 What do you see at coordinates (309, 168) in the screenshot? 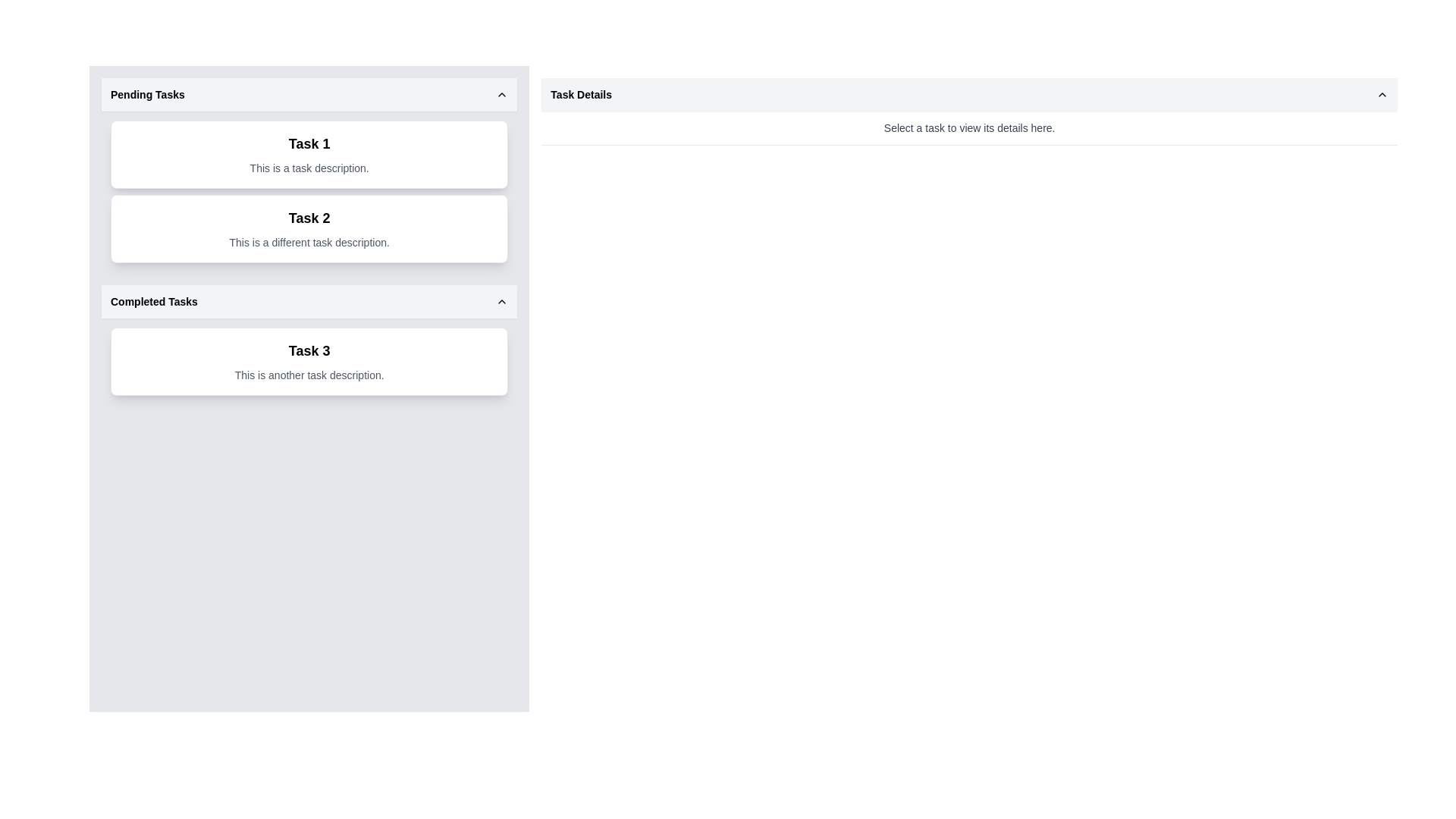
I see `the description text located beneath 'Task 1', which is centered within the first task card in the 'Pending Tasks' section` at bounding box center [309, 168].